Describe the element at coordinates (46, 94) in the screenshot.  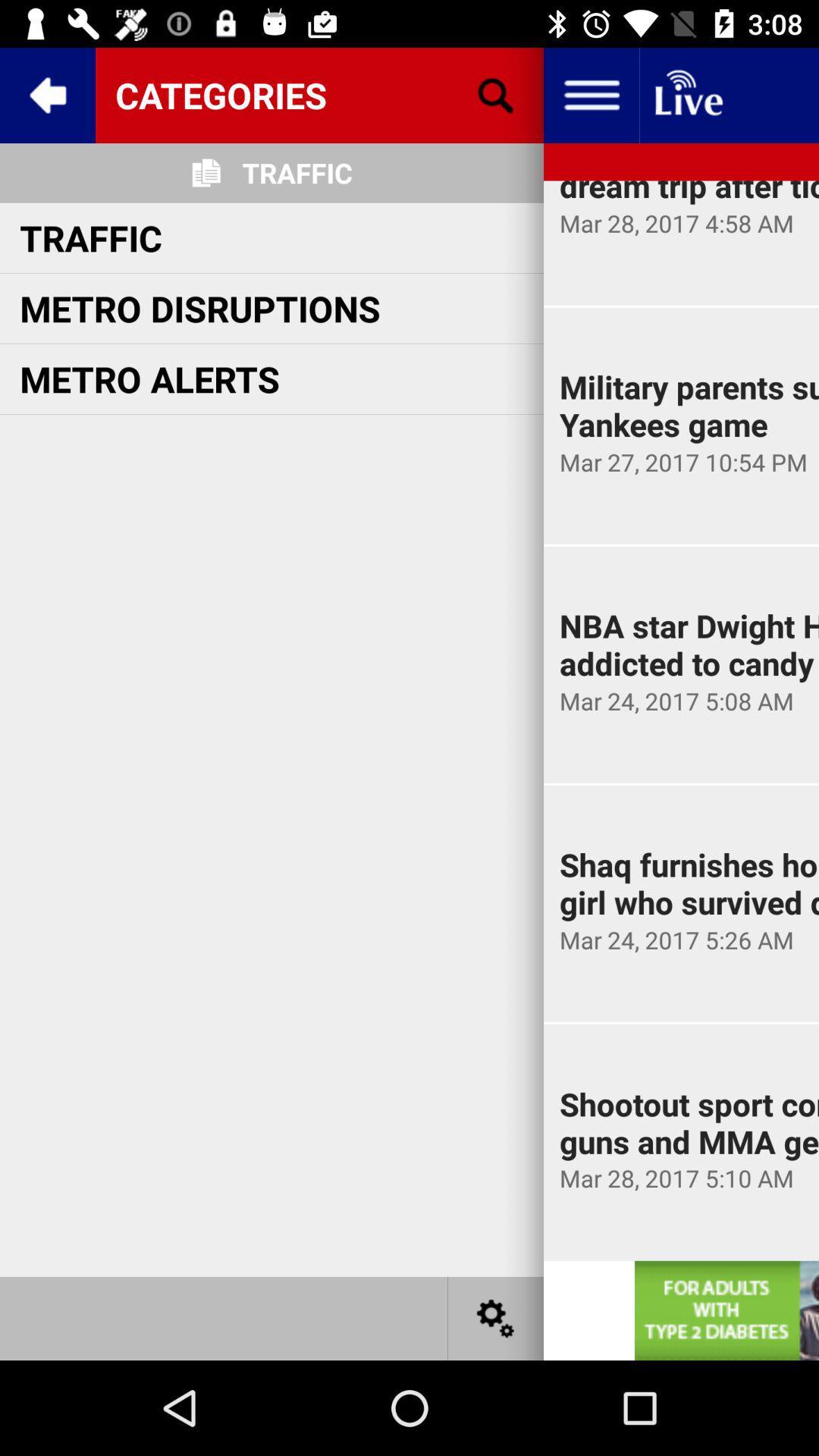
I see `back arrow icon` at that location.